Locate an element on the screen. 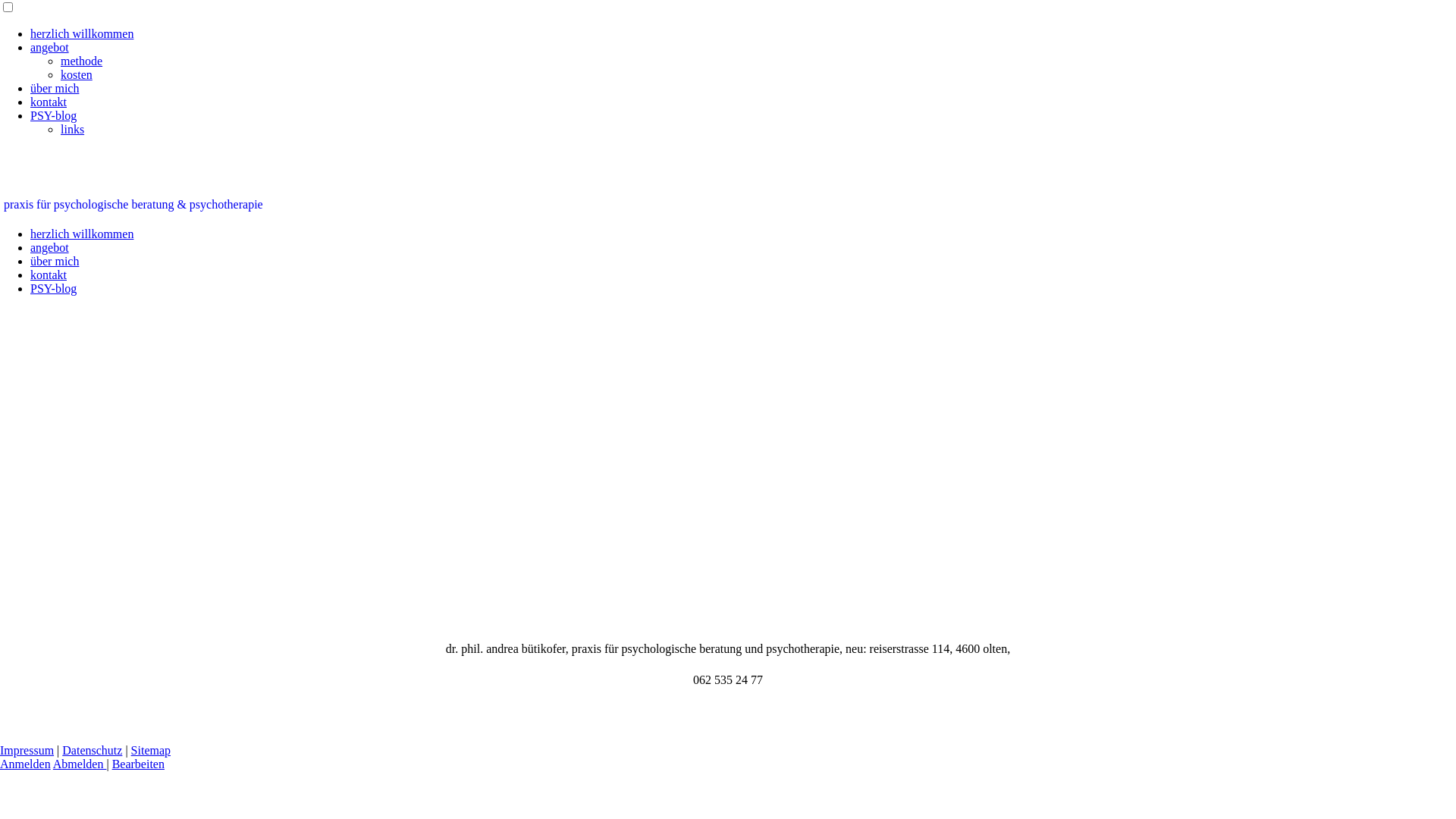 This screenshot has height=819, width=1456. 'kosten' is located at coordinates (61, 74).